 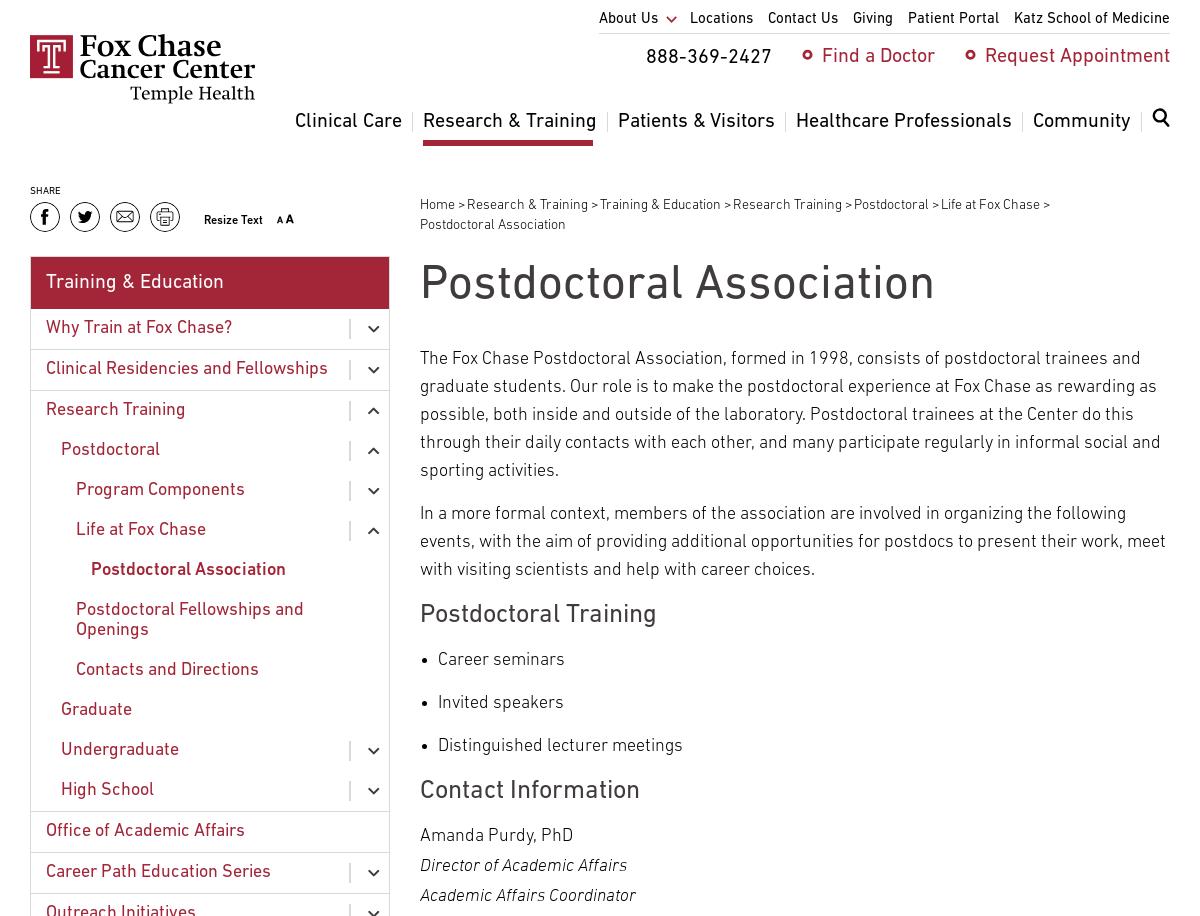 I want to click on 'Overview', so click(x=461, y=172).